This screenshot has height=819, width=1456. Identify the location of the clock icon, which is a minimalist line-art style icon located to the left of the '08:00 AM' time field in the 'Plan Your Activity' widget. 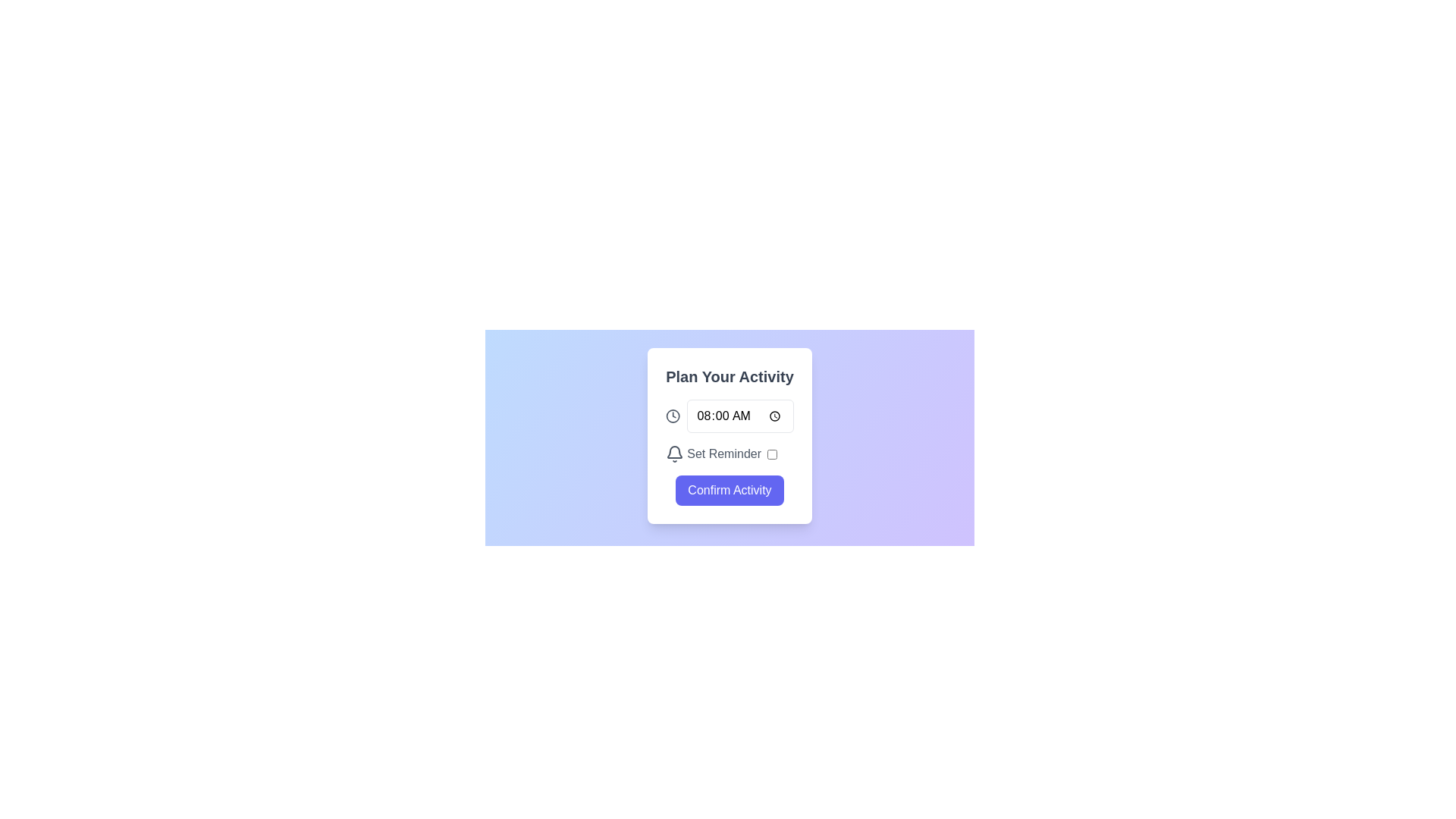
(672, 416).